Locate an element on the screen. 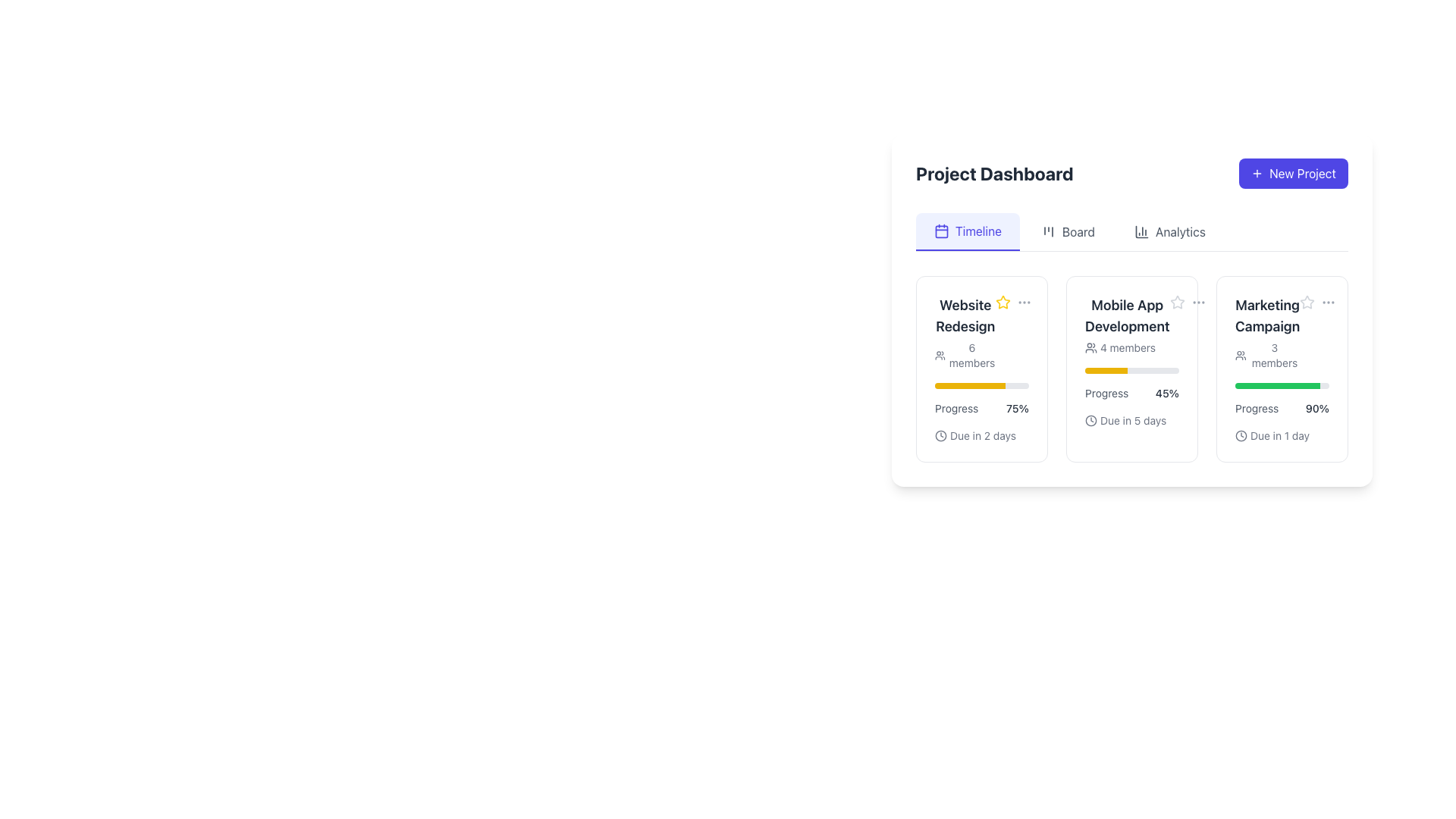  the third Display Card in the rightmost column is located at coordinates (1281, 369).